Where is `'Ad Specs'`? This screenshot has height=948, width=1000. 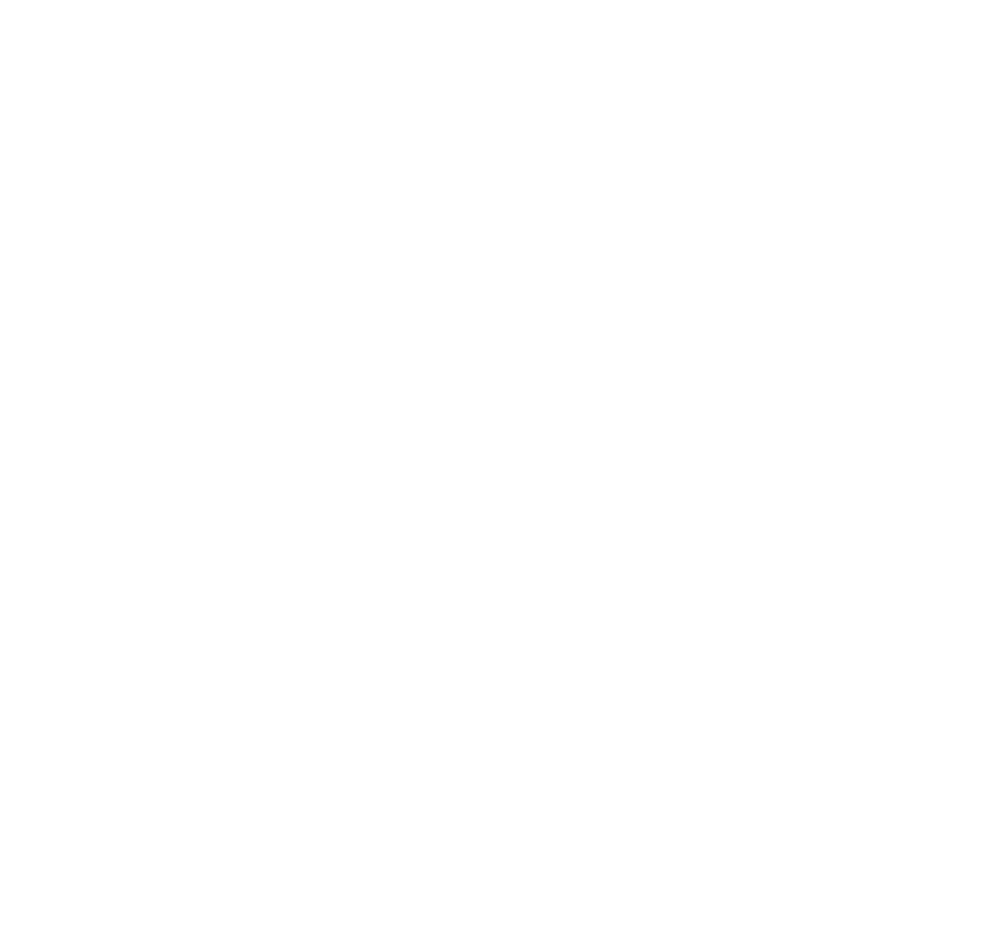 'Ad Specs' is located at coordinates (443, 811).